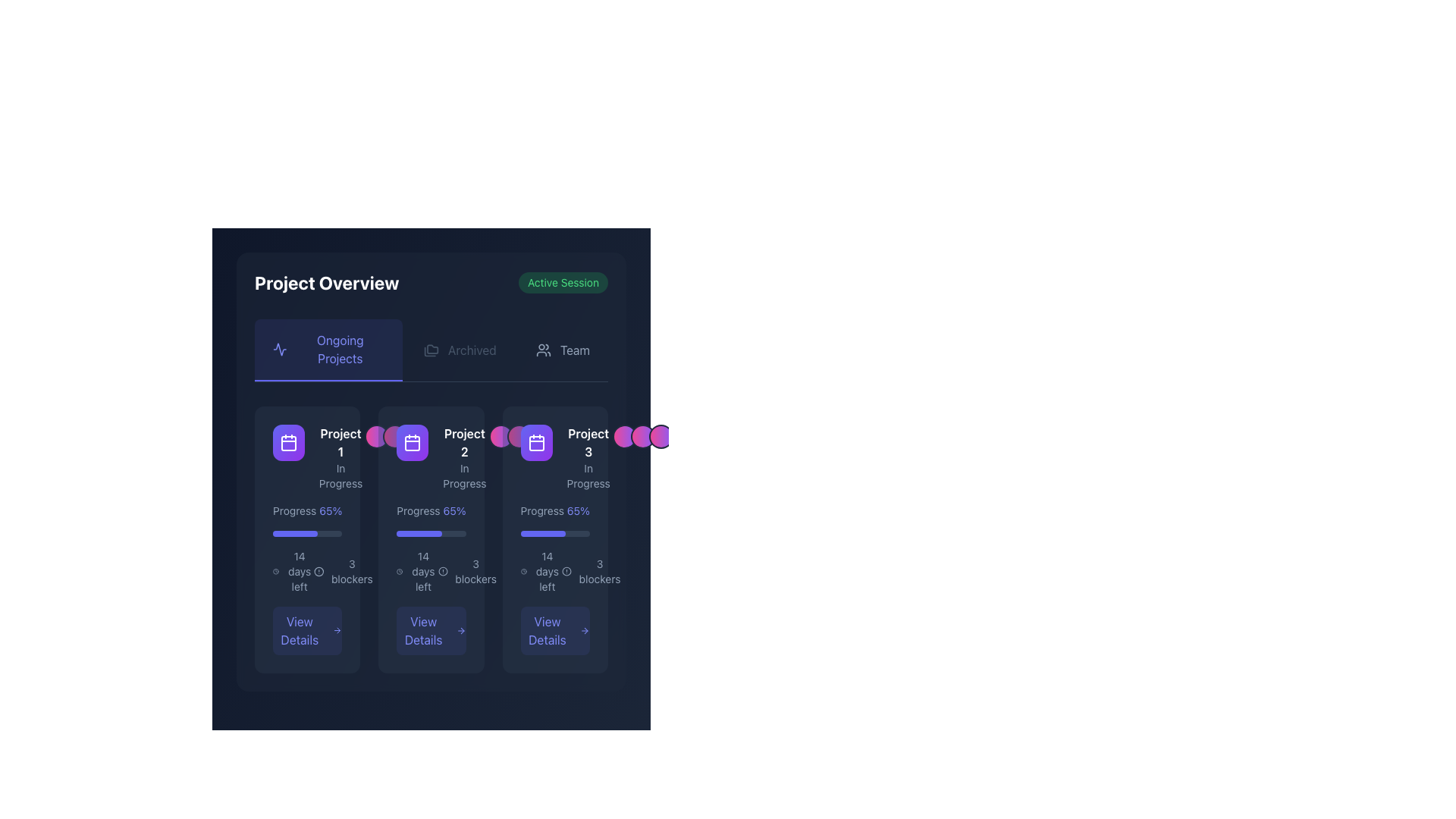  Describe the element at coordinates (543, 533) in the screenshot. I see `the filled portion of the progress bar representing the completion level of the third project in the 'Ongoing Projects' section` at that location.